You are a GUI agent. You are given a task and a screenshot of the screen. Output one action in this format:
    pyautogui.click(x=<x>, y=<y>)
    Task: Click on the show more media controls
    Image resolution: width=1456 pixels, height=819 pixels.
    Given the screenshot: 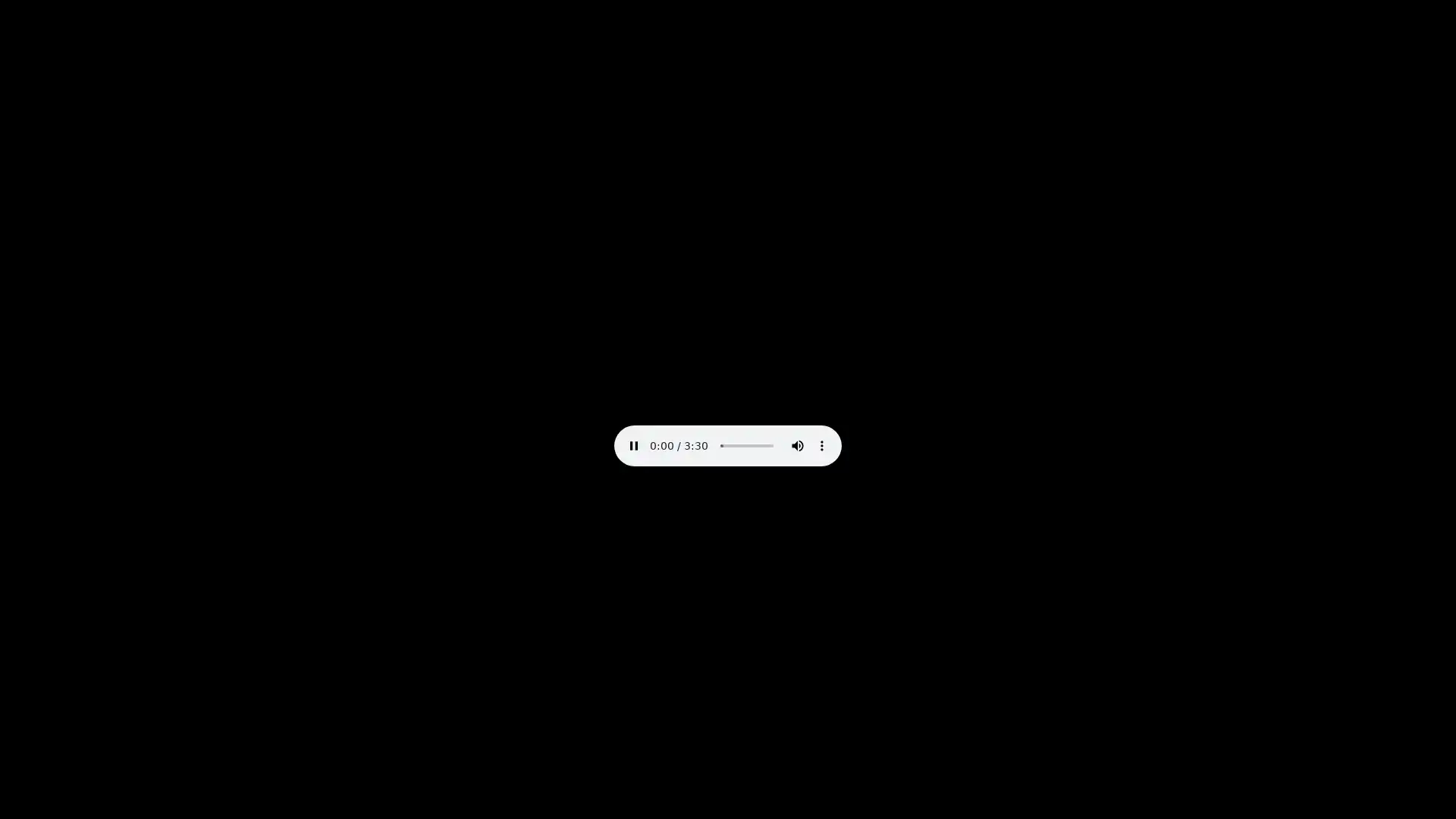 What is the action you would take?
    pyautogui.click(x=821, y=444)
    